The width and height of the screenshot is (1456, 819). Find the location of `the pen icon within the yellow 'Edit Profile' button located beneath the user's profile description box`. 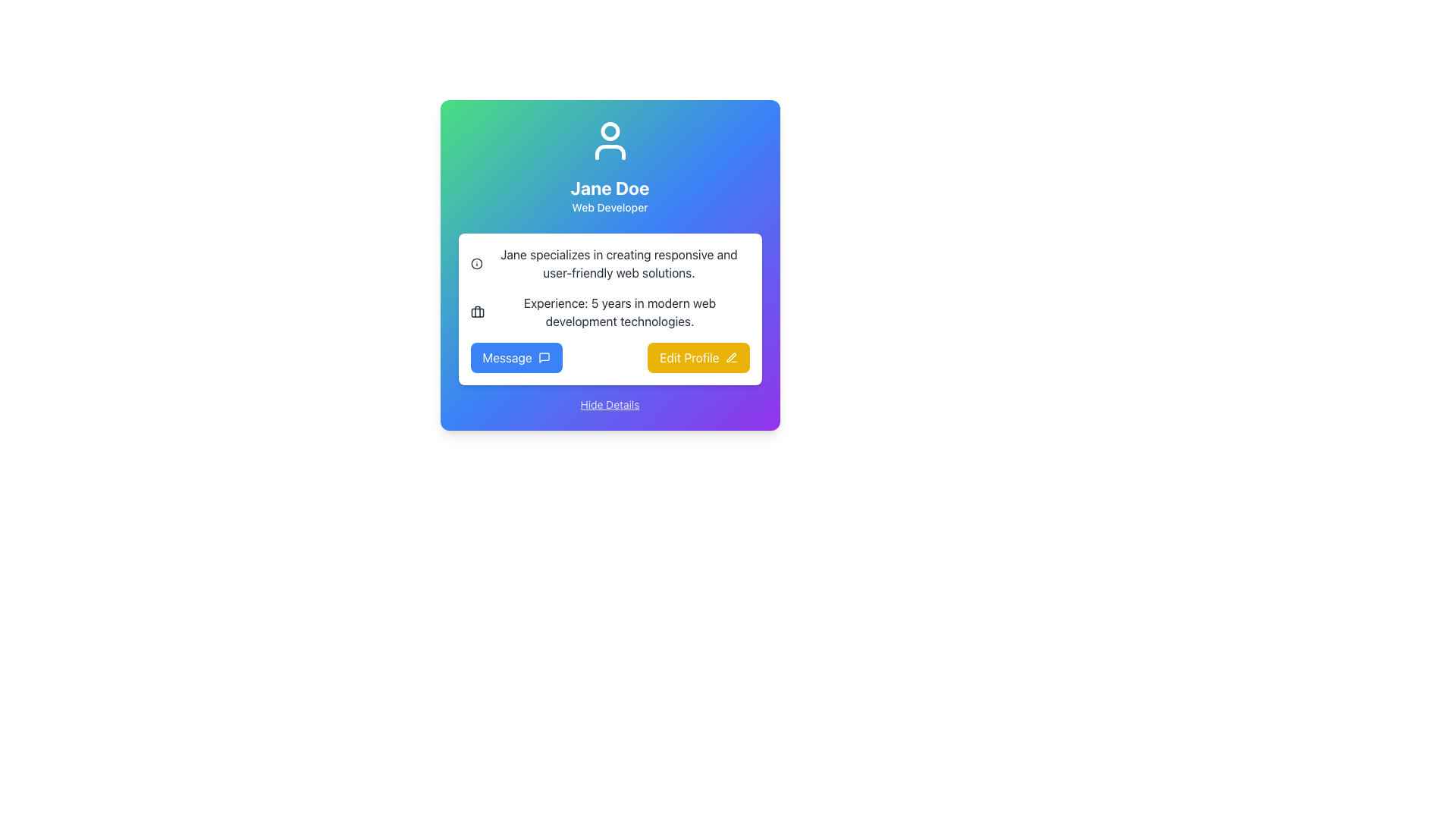

the pen icon within the yellow 'Edit Profile' button located beneath the user's profile description box is located at coordinates (731, 357).